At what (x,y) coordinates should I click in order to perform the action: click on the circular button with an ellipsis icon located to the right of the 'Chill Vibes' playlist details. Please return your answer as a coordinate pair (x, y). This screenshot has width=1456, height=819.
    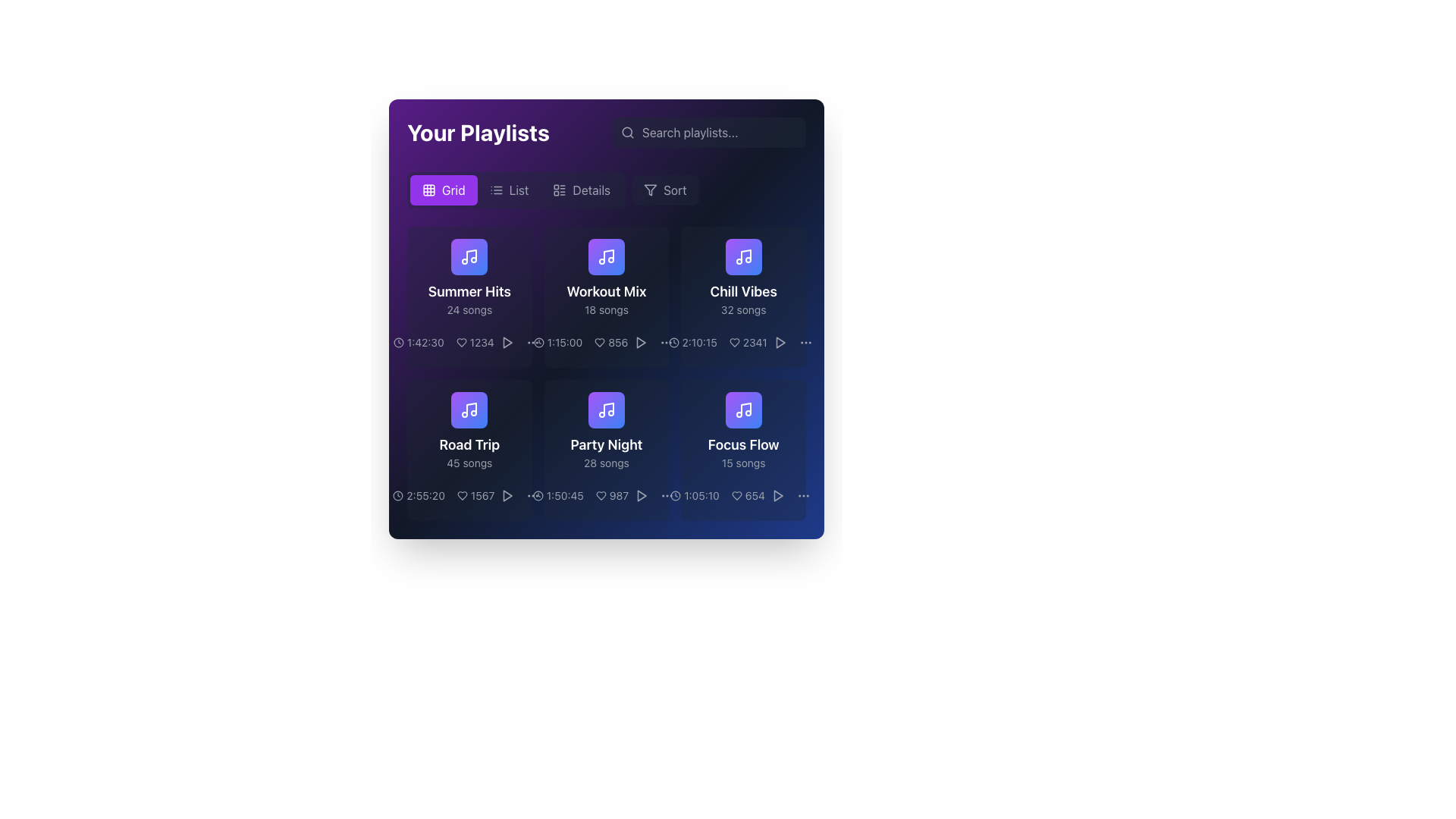
    Looking at the image, I should click on (805, 342).